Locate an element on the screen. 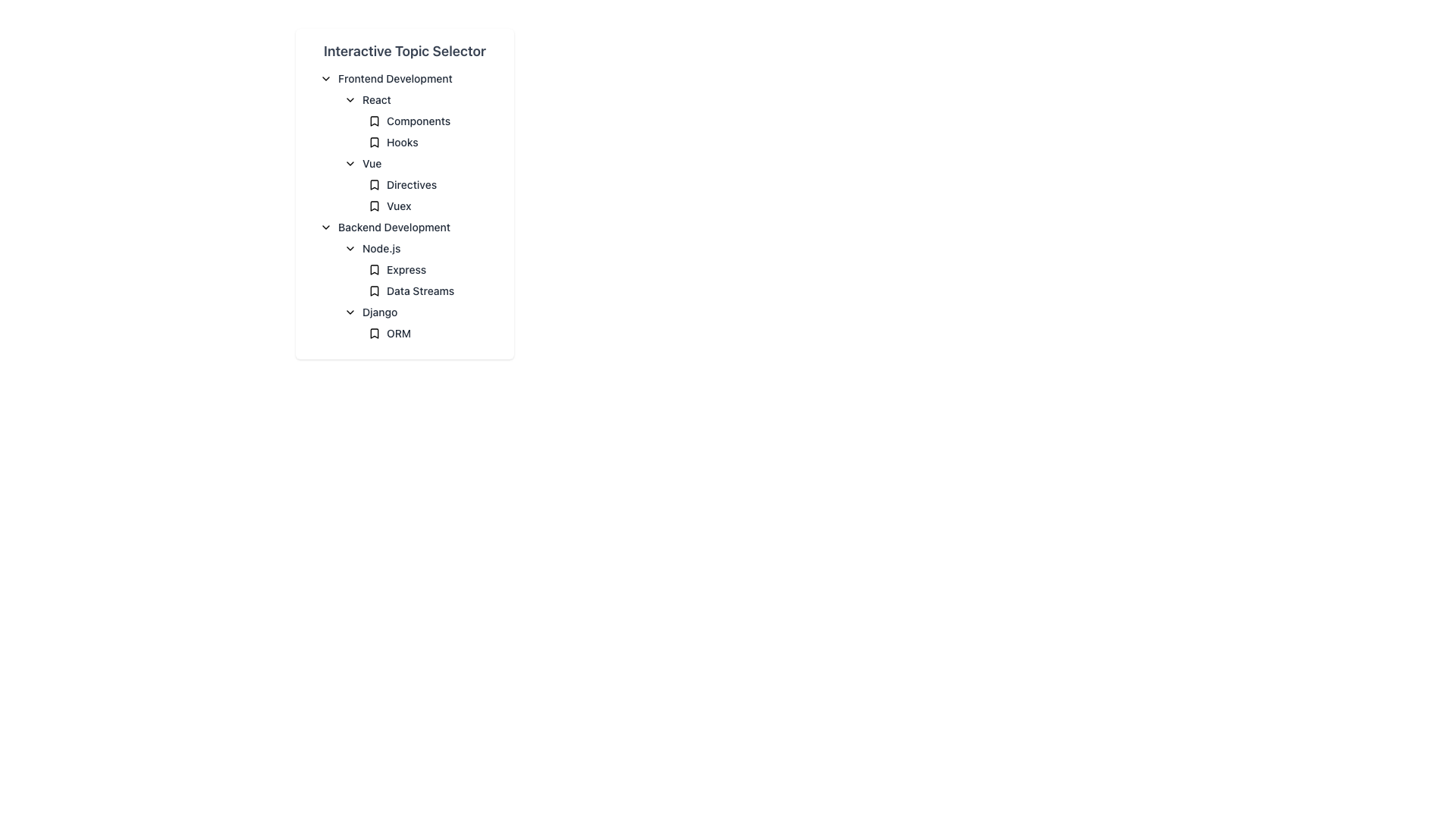 Image resolution: width=1456 pixels, height=819 pixels. the downward-pointing chevron icon used for expanding or collapsing items in the 'Backend Development' section, located to the left of the text 'Node.js' is located at coordinates (349, 247).